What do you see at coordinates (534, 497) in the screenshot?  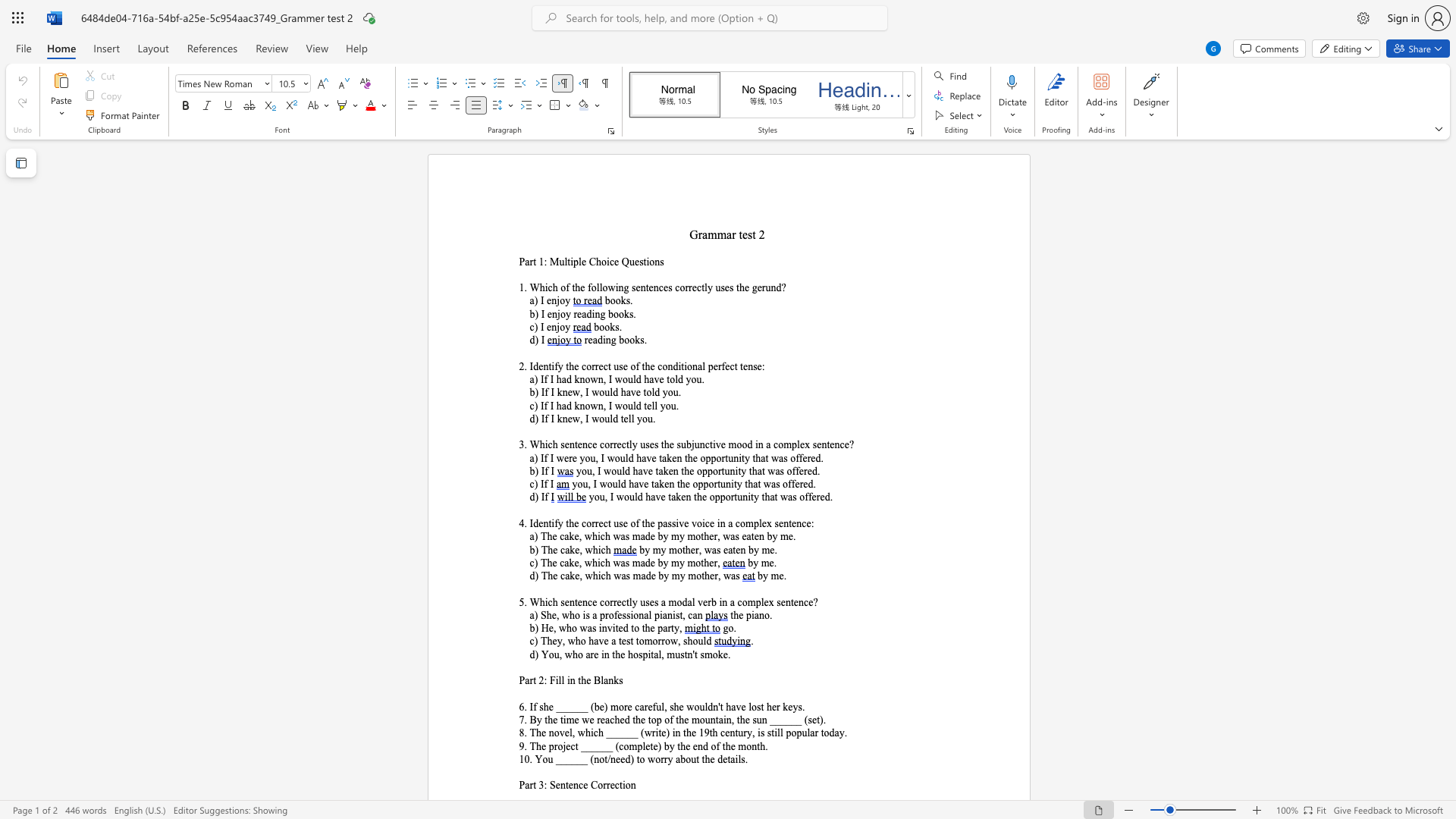 I see `the space between the continuous character "d" and ")" in the text` at bounding box center [534, 497].